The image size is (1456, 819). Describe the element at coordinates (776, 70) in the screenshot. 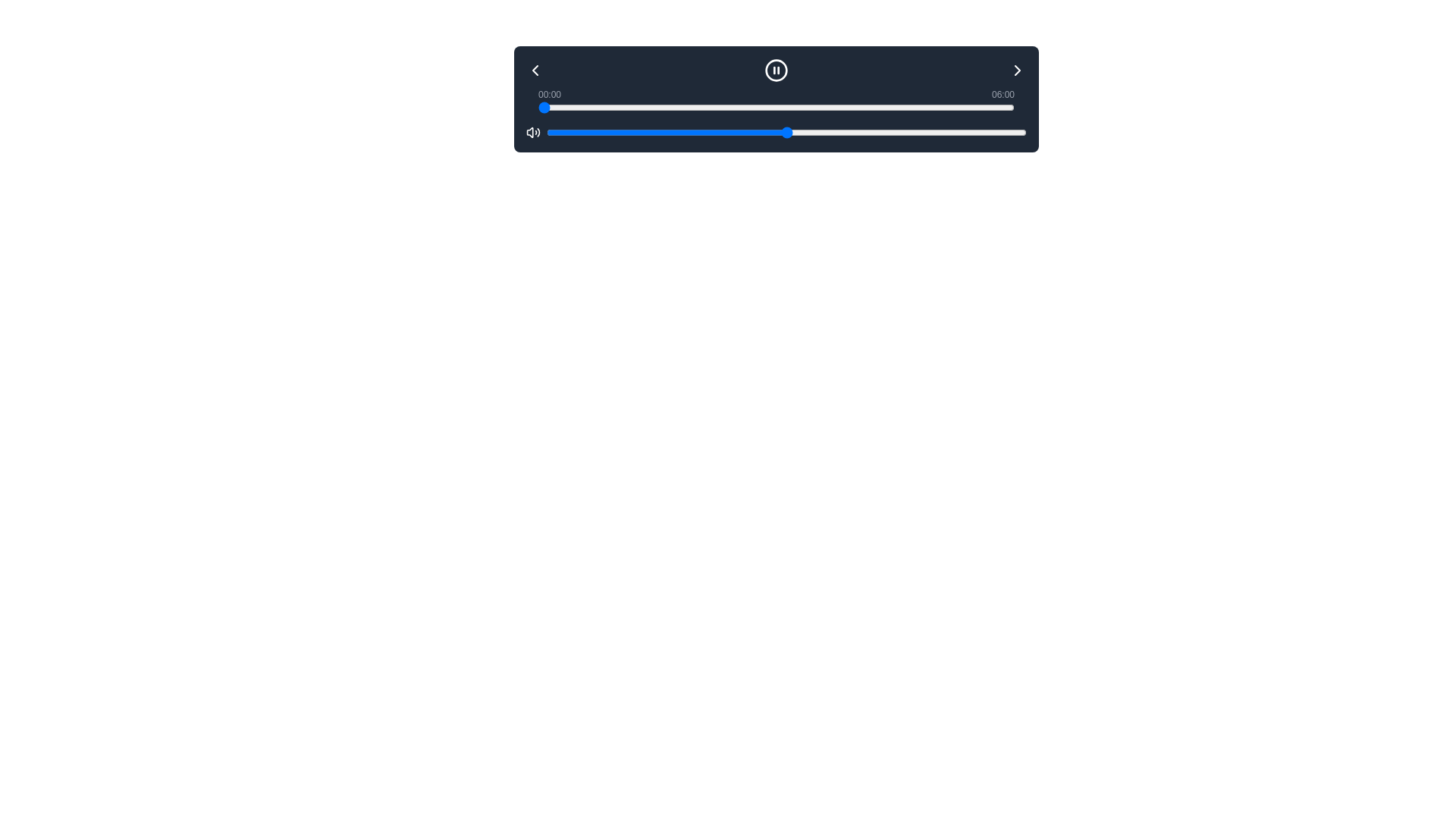

I see `the 'Pause' button located above the progress bar` at that location.